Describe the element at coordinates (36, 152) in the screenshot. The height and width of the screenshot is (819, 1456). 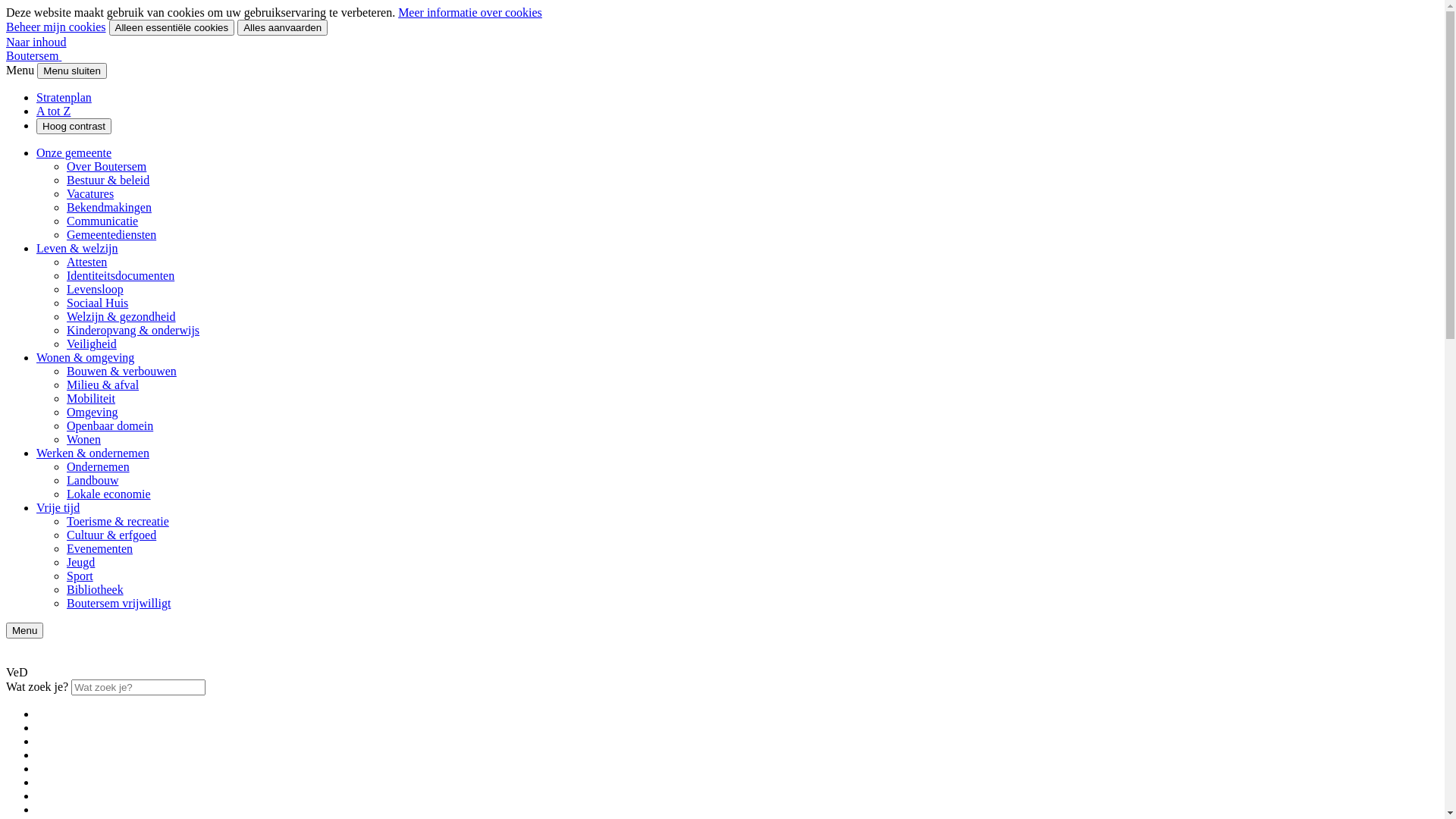
I see `'Onze gemeente'` at that location.